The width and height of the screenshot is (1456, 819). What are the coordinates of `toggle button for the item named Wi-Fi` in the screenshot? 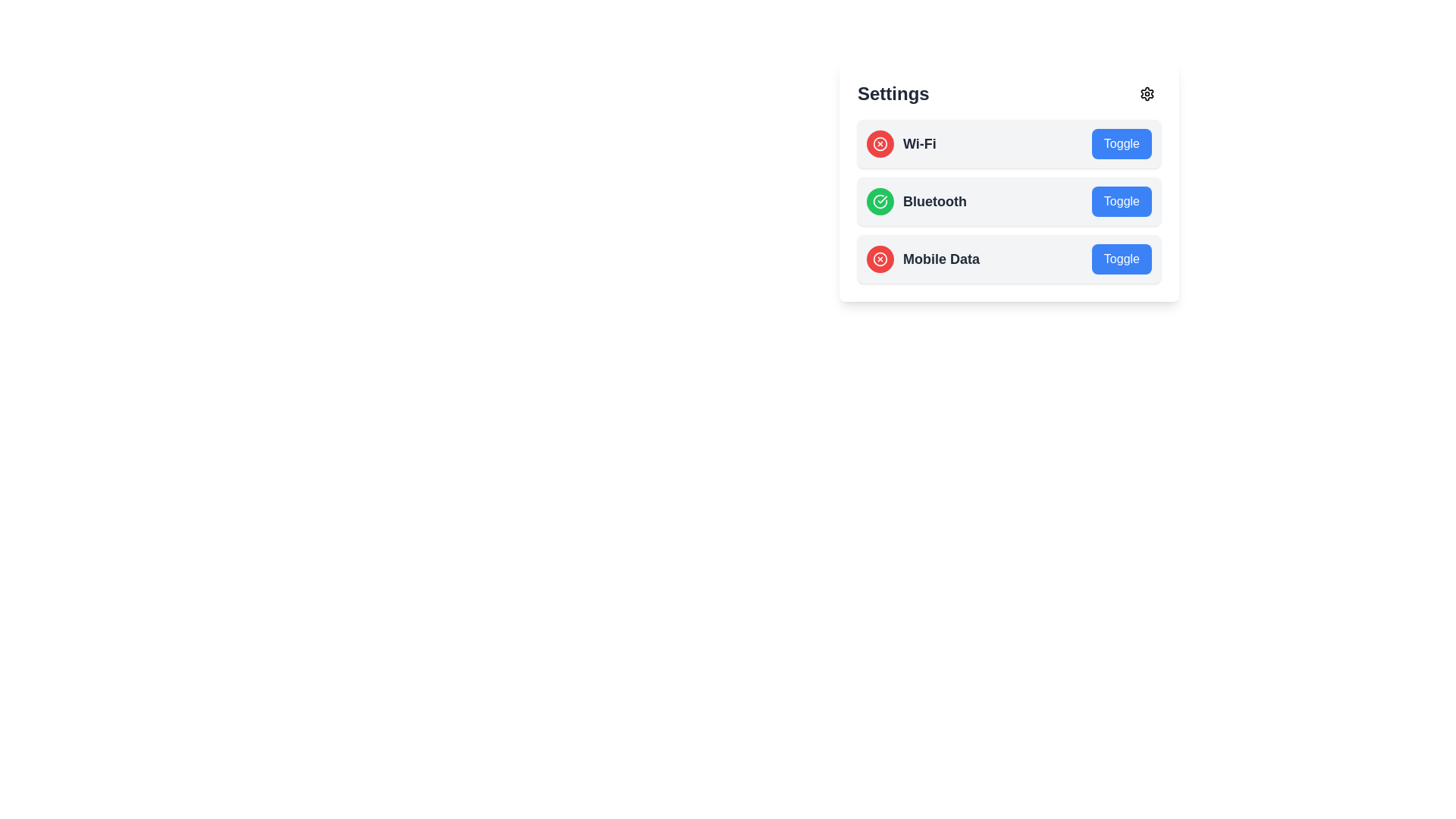 It's located at (1122, 143).